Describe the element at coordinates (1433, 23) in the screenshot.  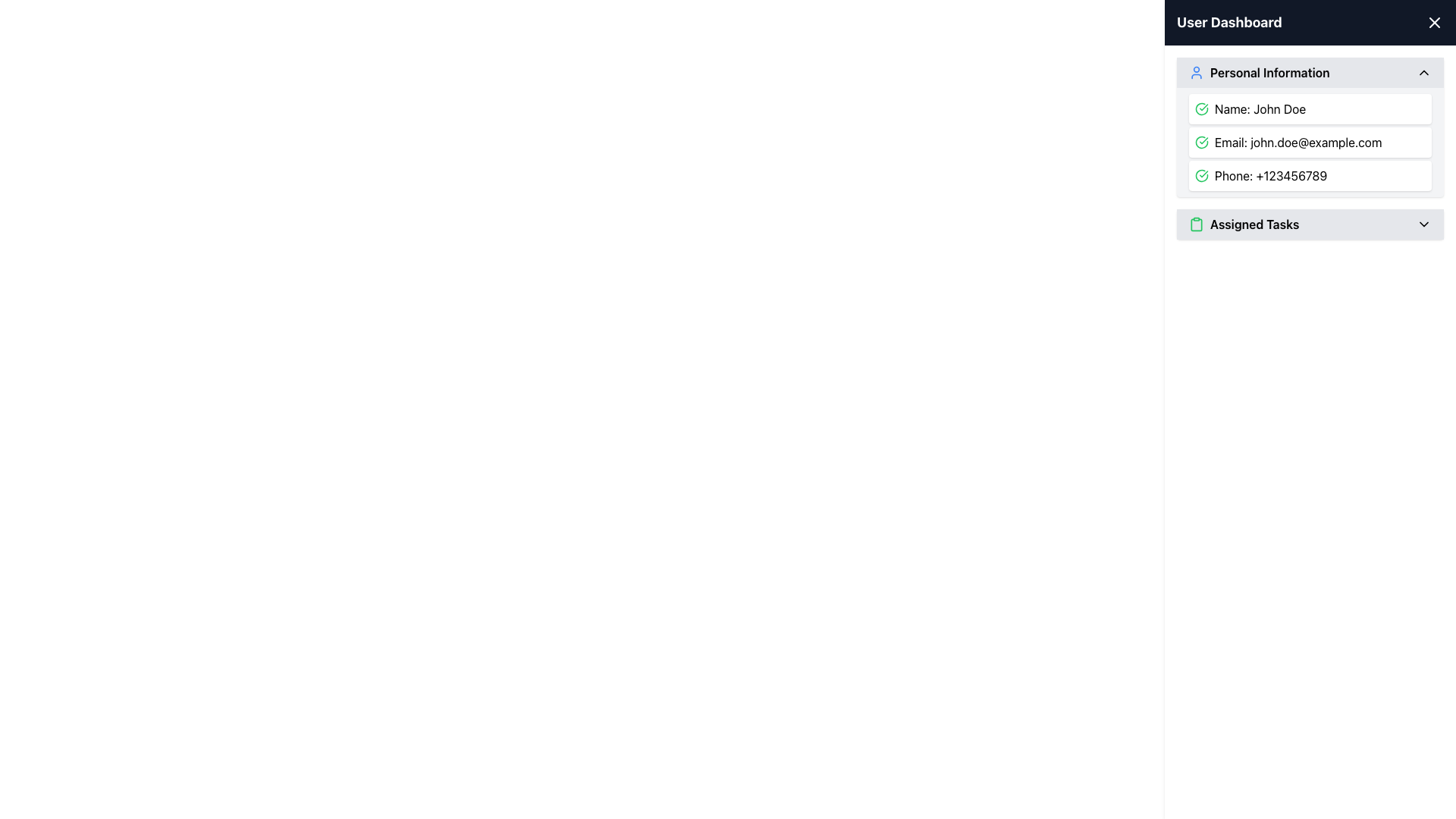
I see `the close button located at the top right corner of the 'User Dashboard' header` at that location.